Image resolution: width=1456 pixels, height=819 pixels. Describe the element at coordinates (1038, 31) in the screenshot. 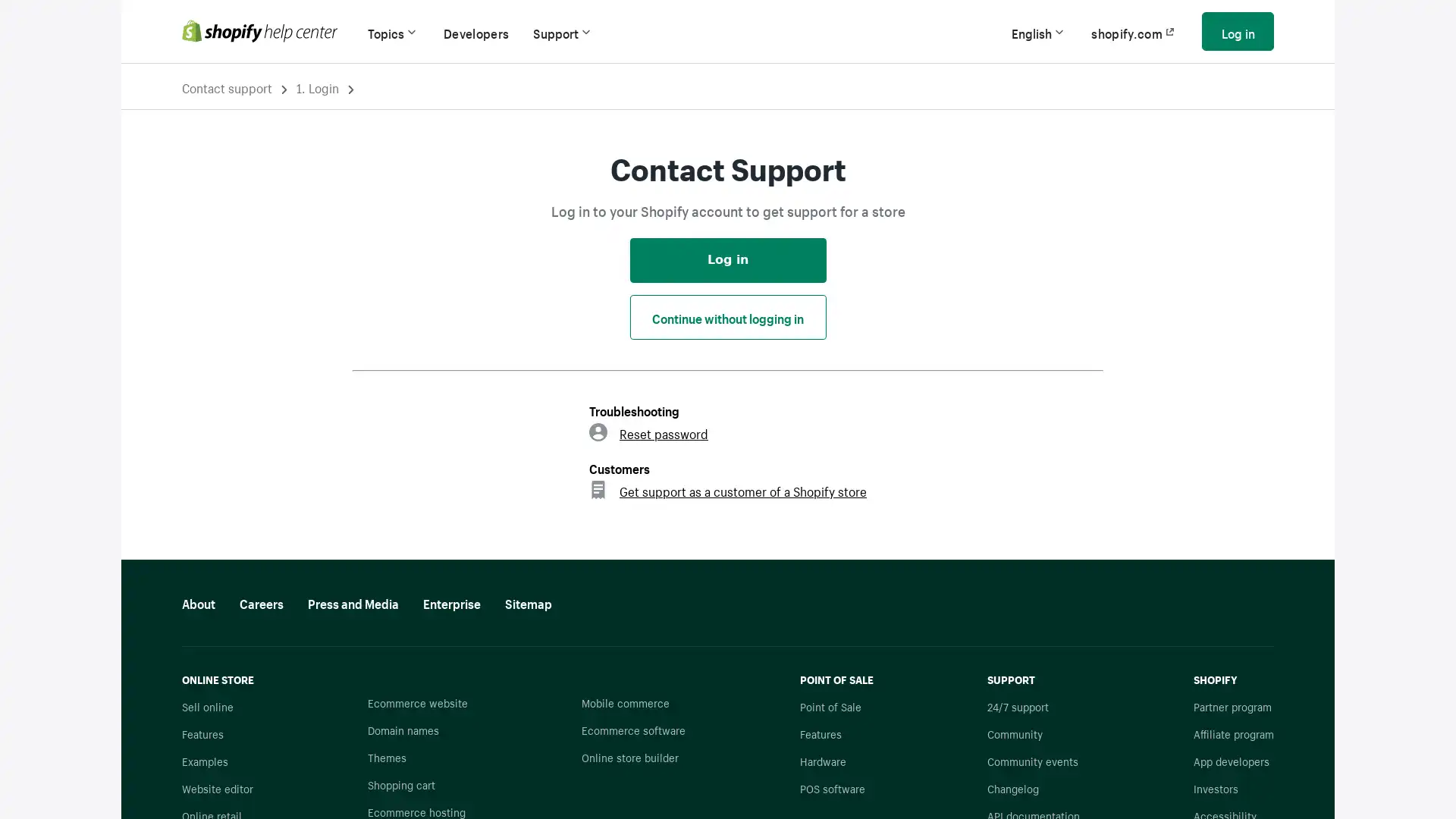

I see `English` at that location.